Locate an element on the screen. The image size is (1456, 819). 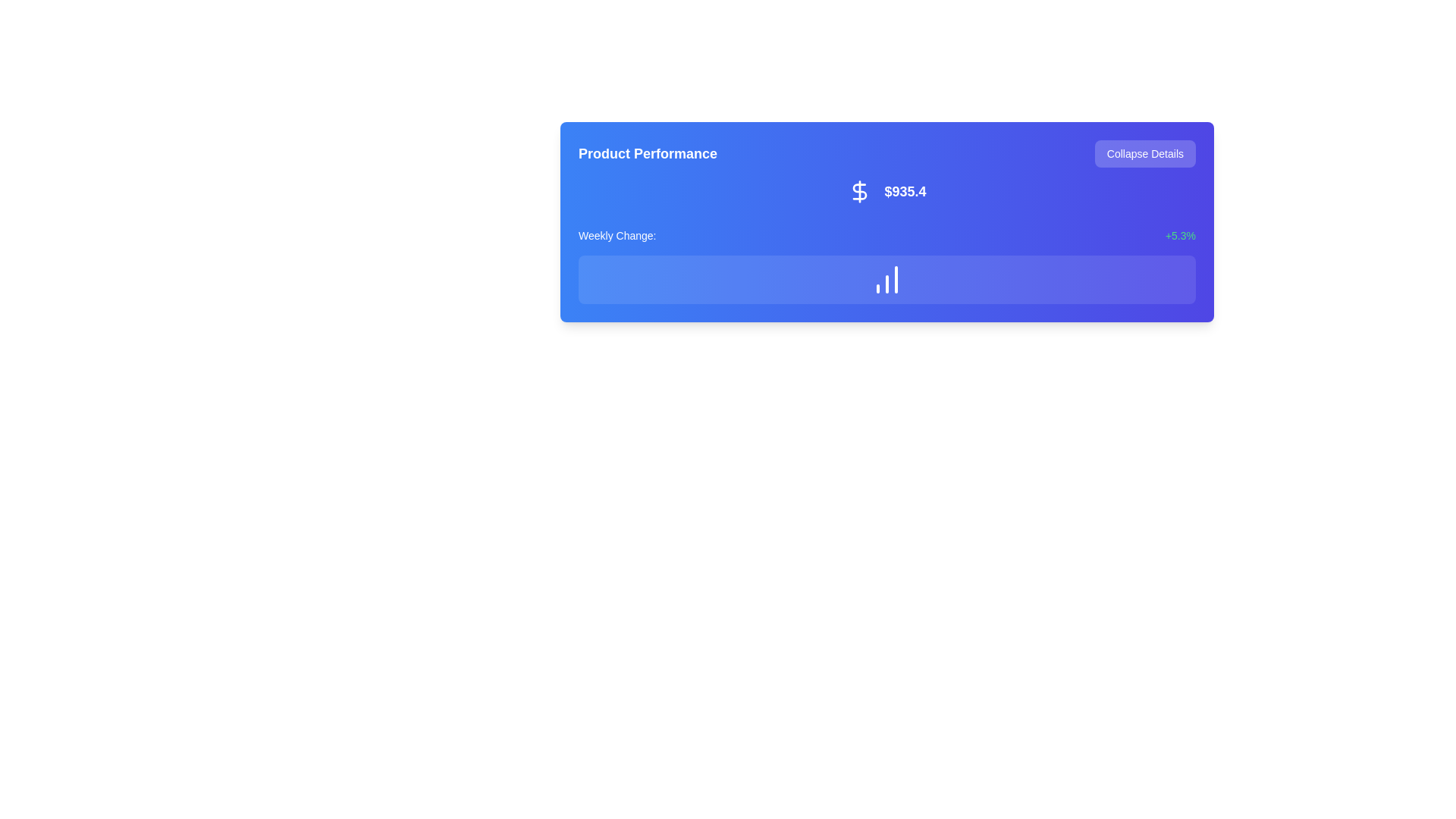
the bar chart icon located within the 'Product Performance' card is located at coordinates (887, 265).